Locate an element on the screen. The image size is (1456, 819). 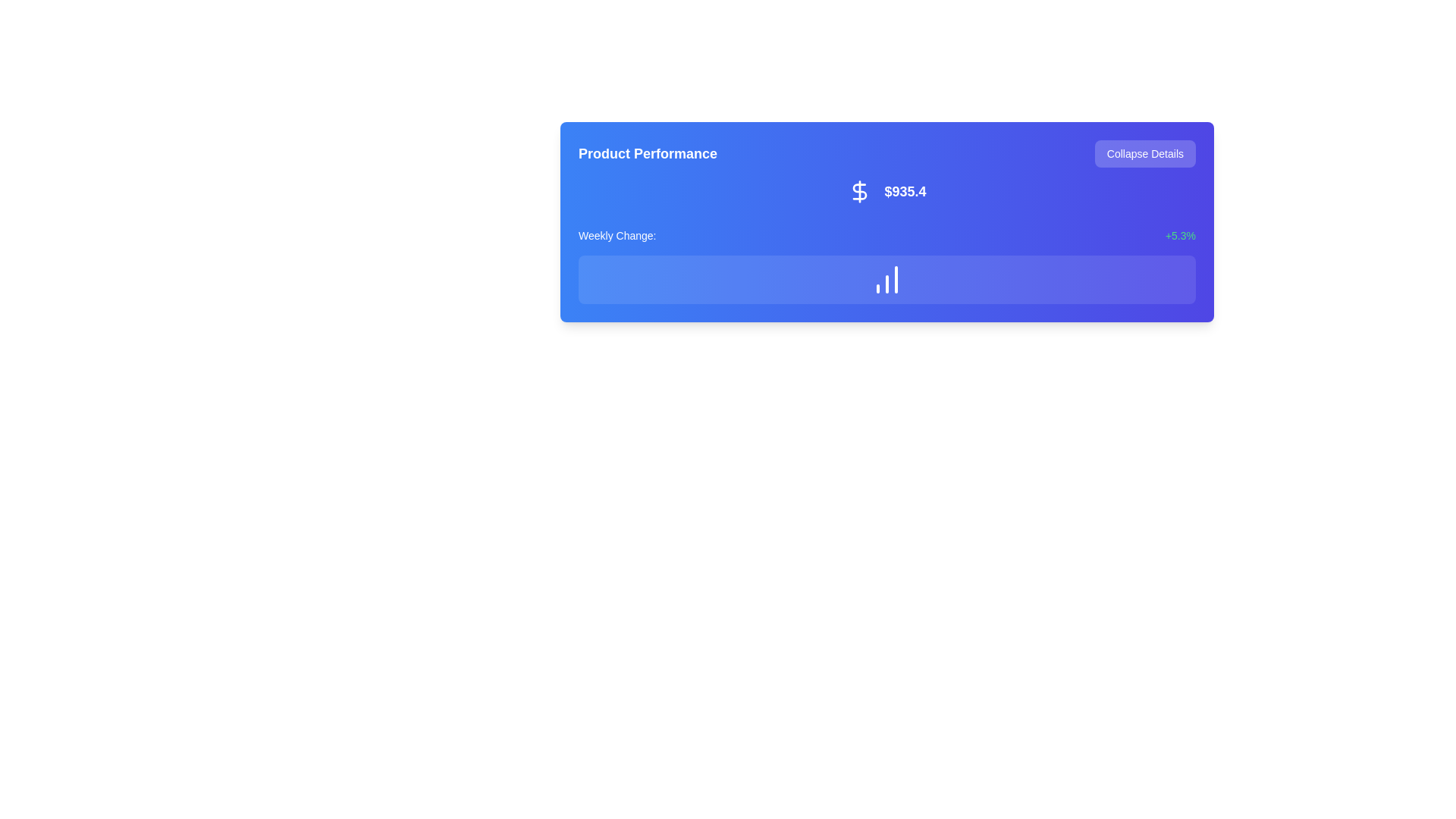
the bar chart icon located within the 'Product Performance' card is located at coordinates (887, 265).